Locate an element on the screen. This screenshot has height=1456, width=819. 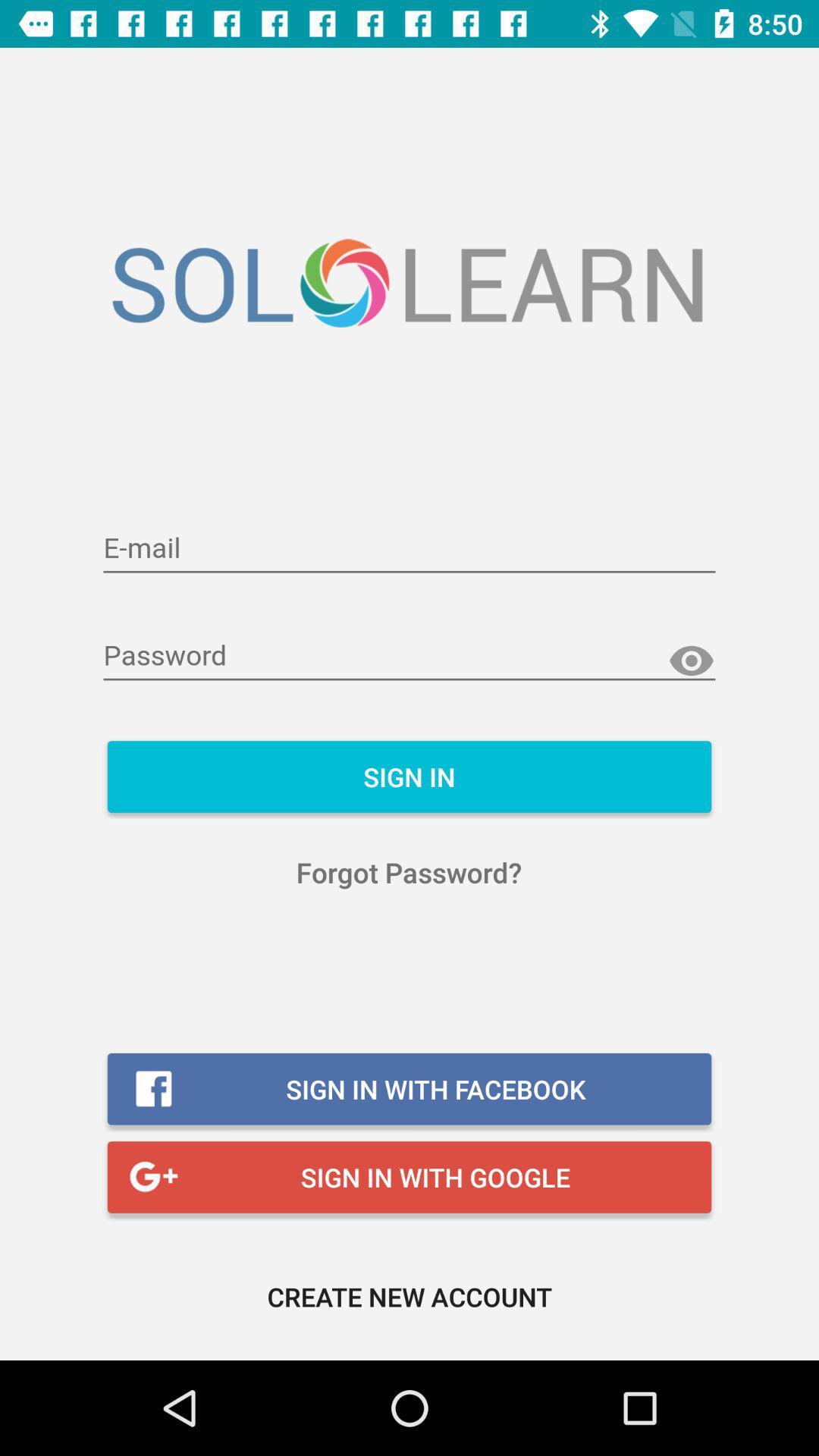
reveal password is located at coordinates (691, 661).